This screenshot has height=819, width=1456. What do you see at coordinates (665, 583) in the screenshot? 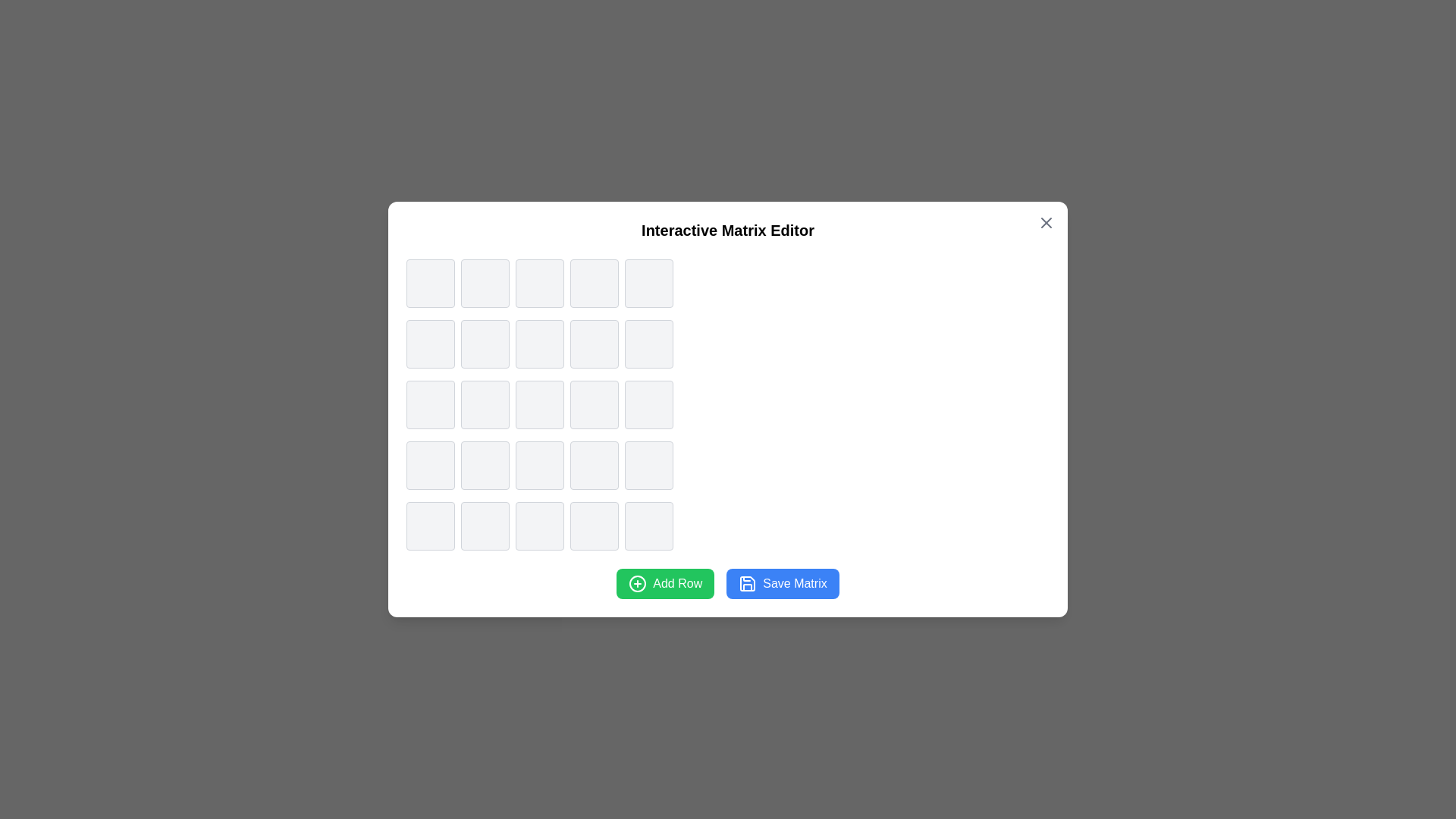
I see `the 'Add Row' button to add a new row to the matrix` at bounding box center [665, 583].